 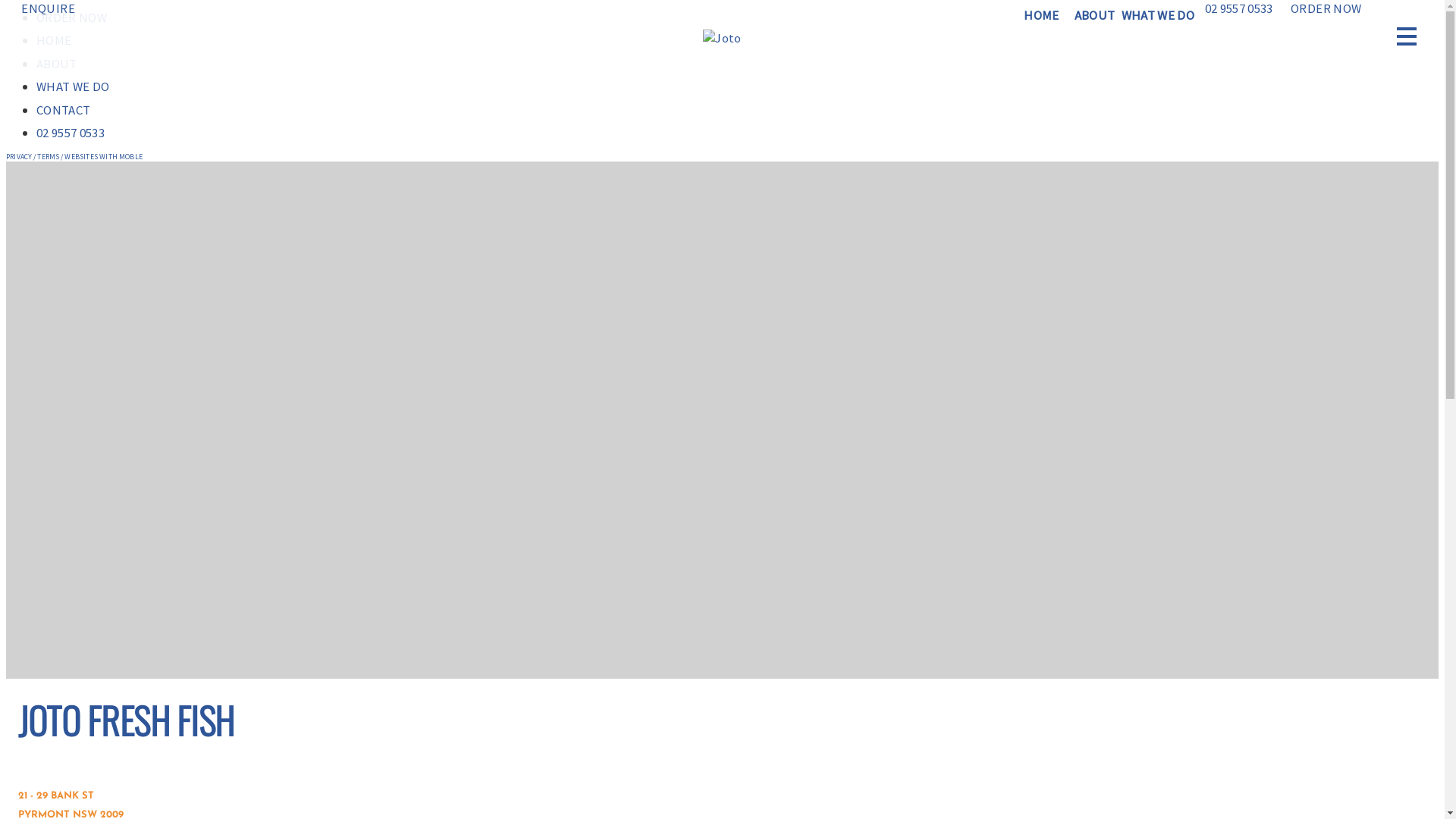 I want to click on 'ABOUT', so click(x=57, y=63).